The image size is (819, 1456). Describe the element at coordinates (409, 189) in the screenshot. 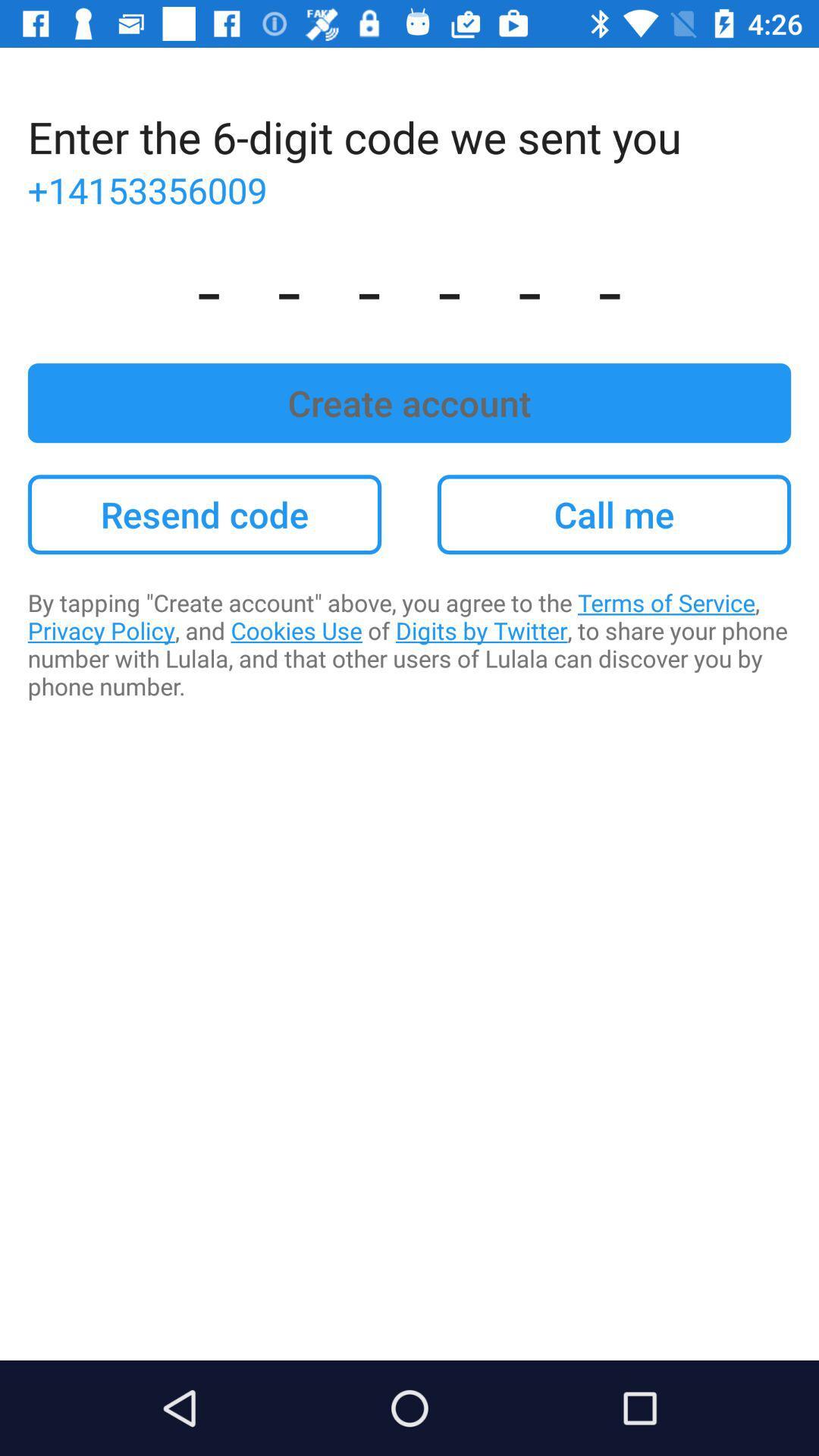

I see `the +14153356009` at that location.